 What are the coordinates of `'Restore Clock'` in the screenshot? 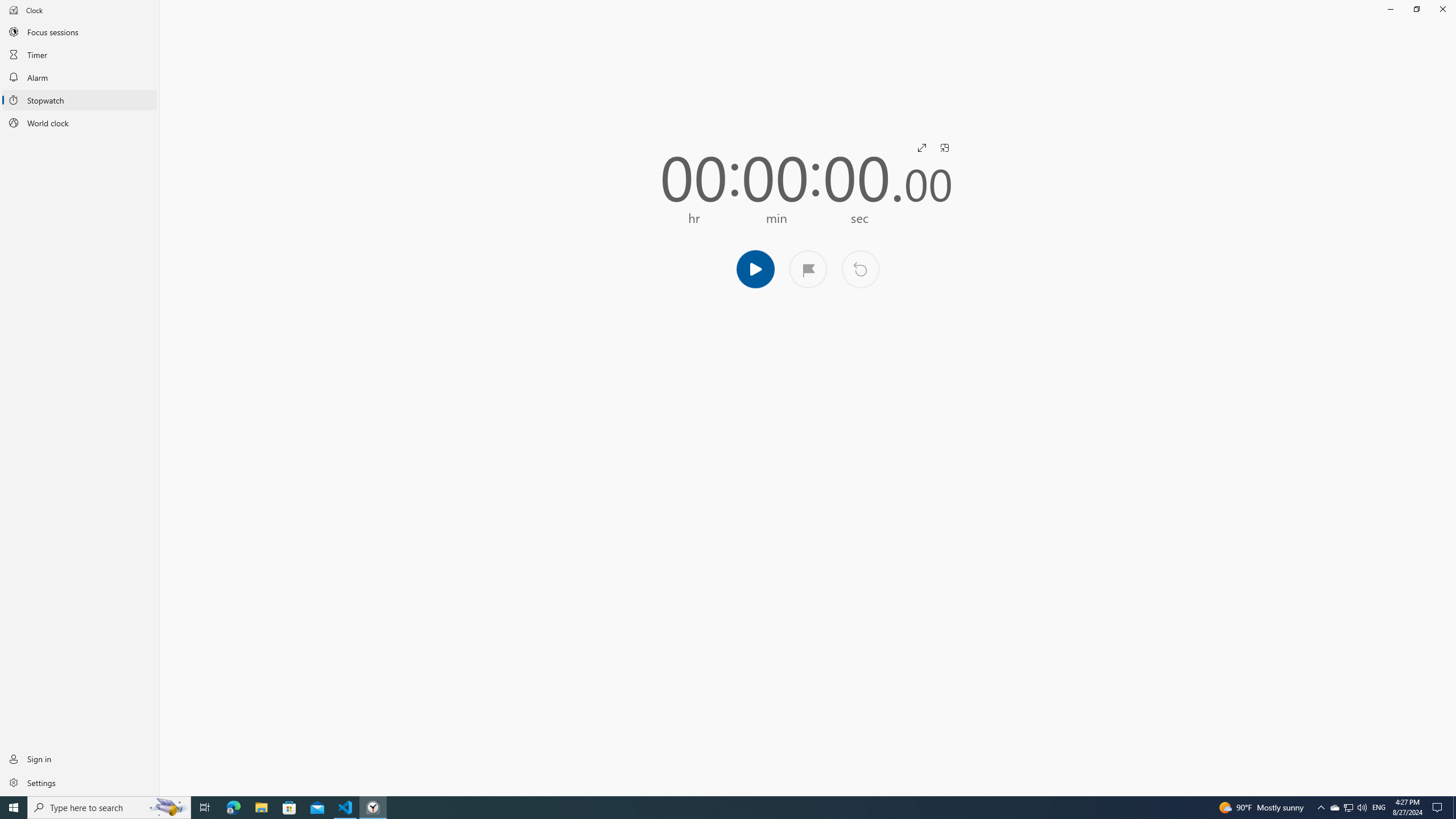 It's located at (1416, 9).